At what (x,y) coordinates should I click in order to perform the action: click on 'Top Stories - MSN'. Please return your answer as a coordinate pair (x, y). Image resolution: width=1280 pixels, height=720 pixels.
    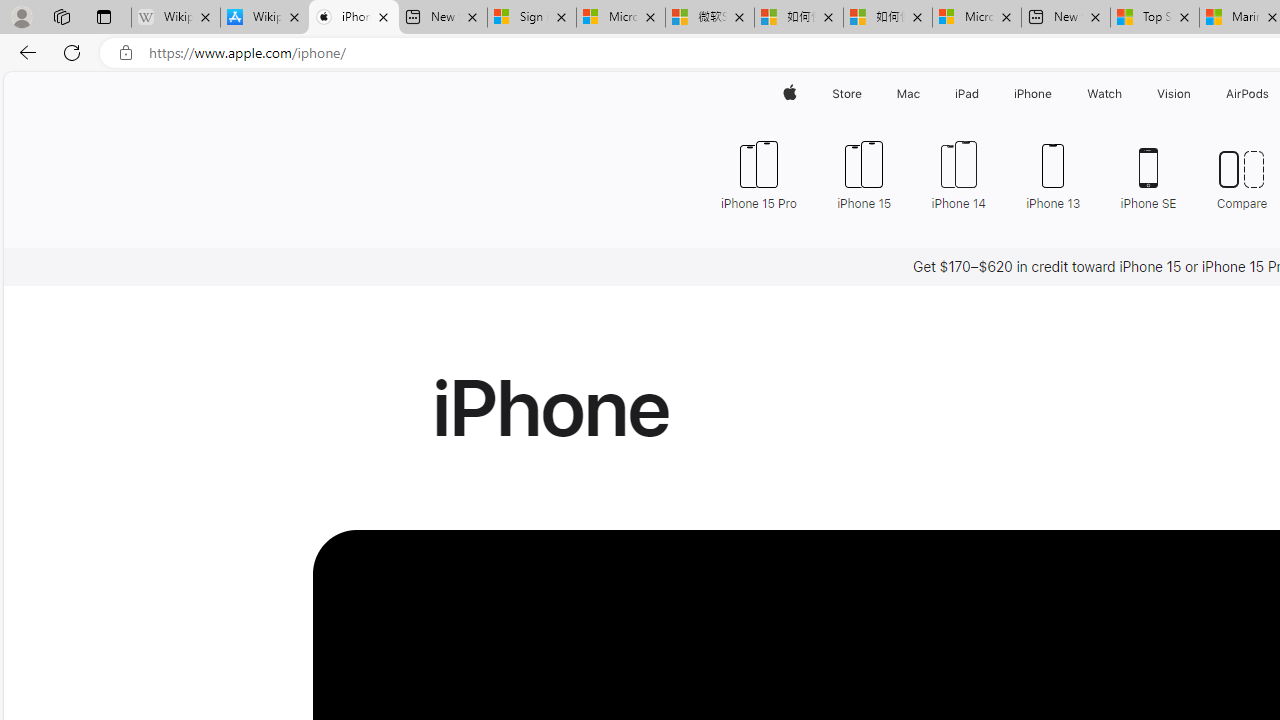
    Looking at the image, I should click on (1155, 17).